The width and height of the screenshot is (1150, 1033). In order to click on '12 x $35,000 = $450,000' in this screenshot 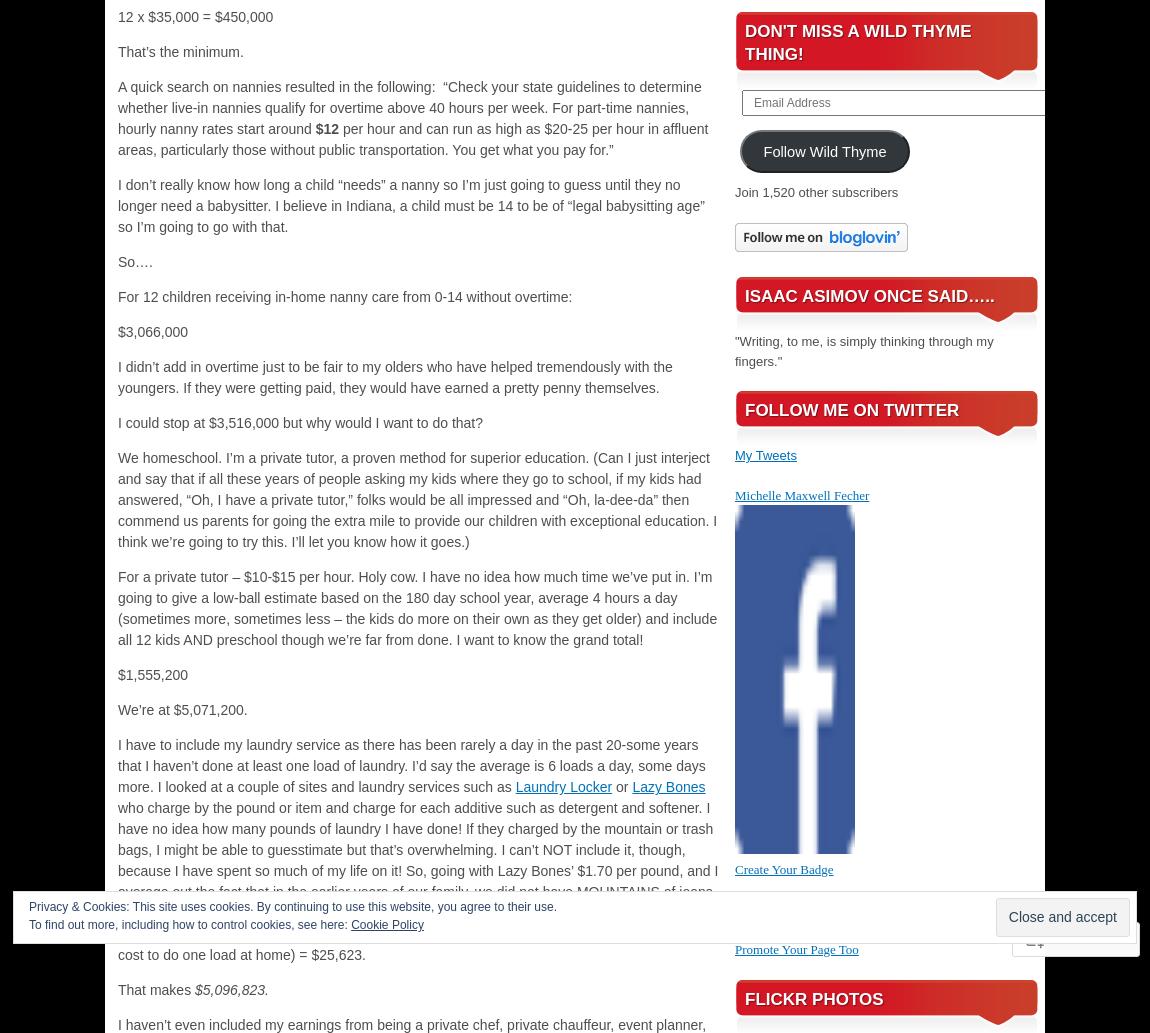, I will do `click(194, 17)`.